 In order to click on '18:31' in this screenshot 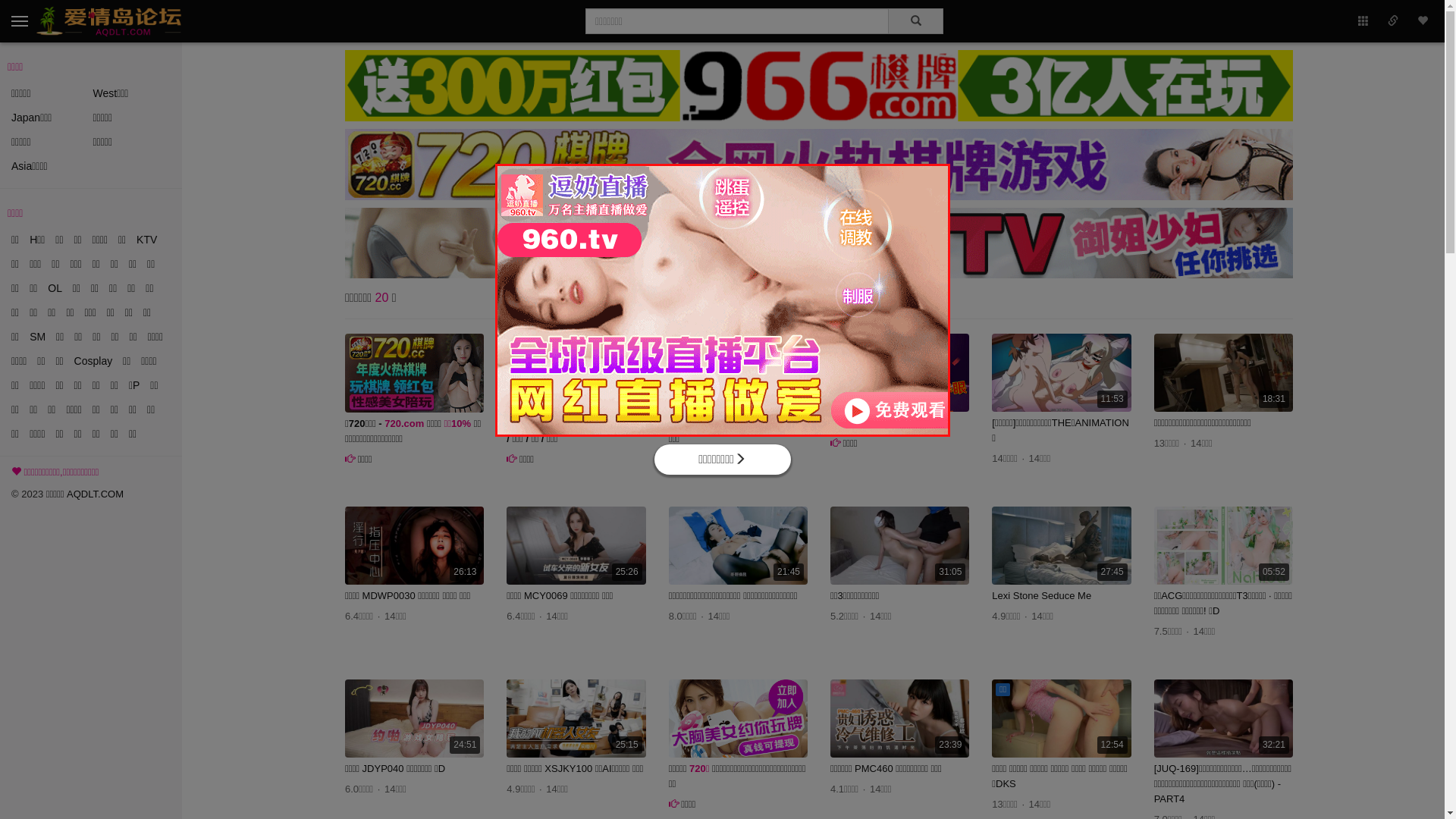, I will do `click(1223, 372)`.